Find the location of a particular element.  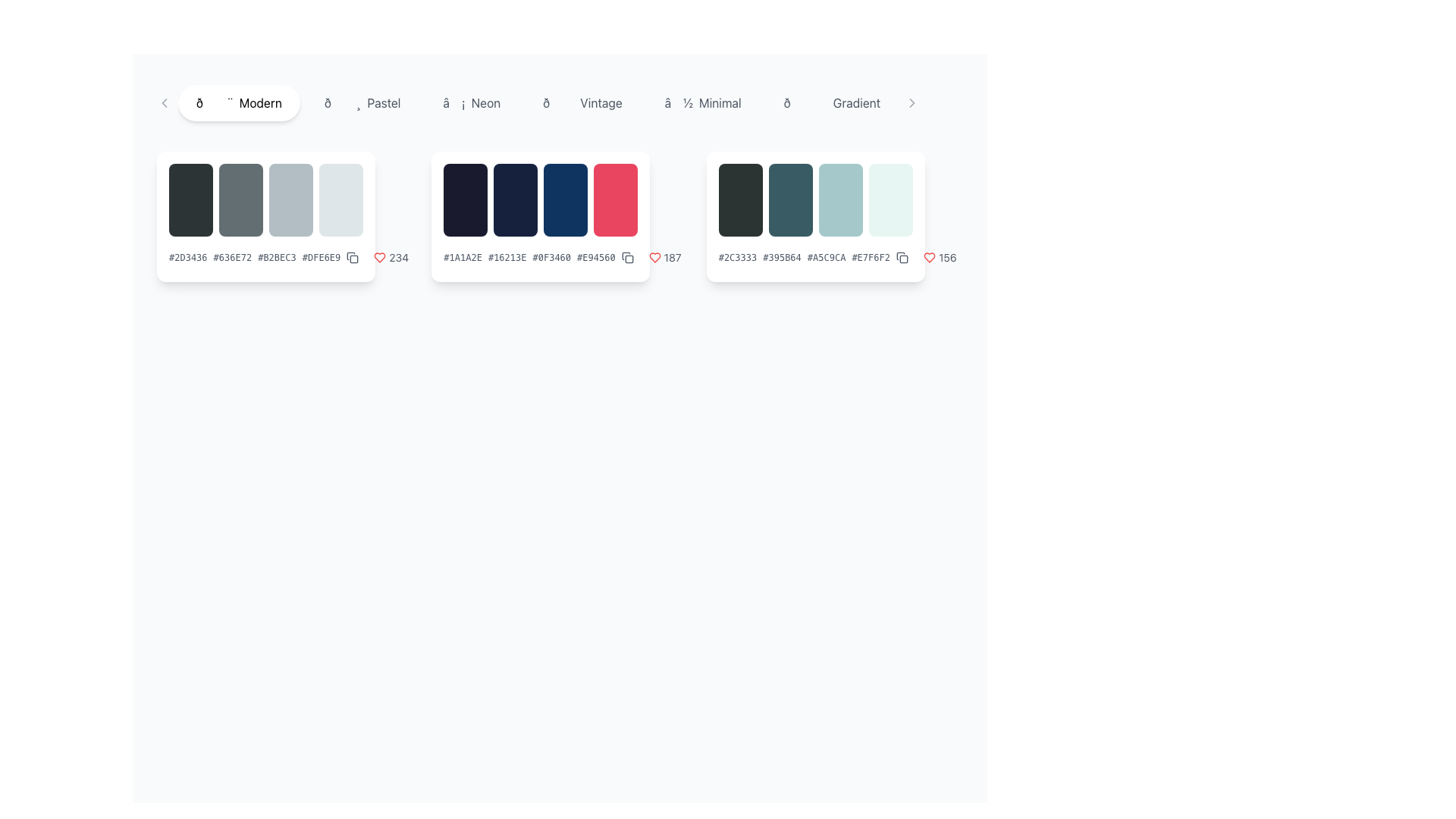

the button labeled 'ð 🌸 Pastel' is located at coordinates (362, 102).